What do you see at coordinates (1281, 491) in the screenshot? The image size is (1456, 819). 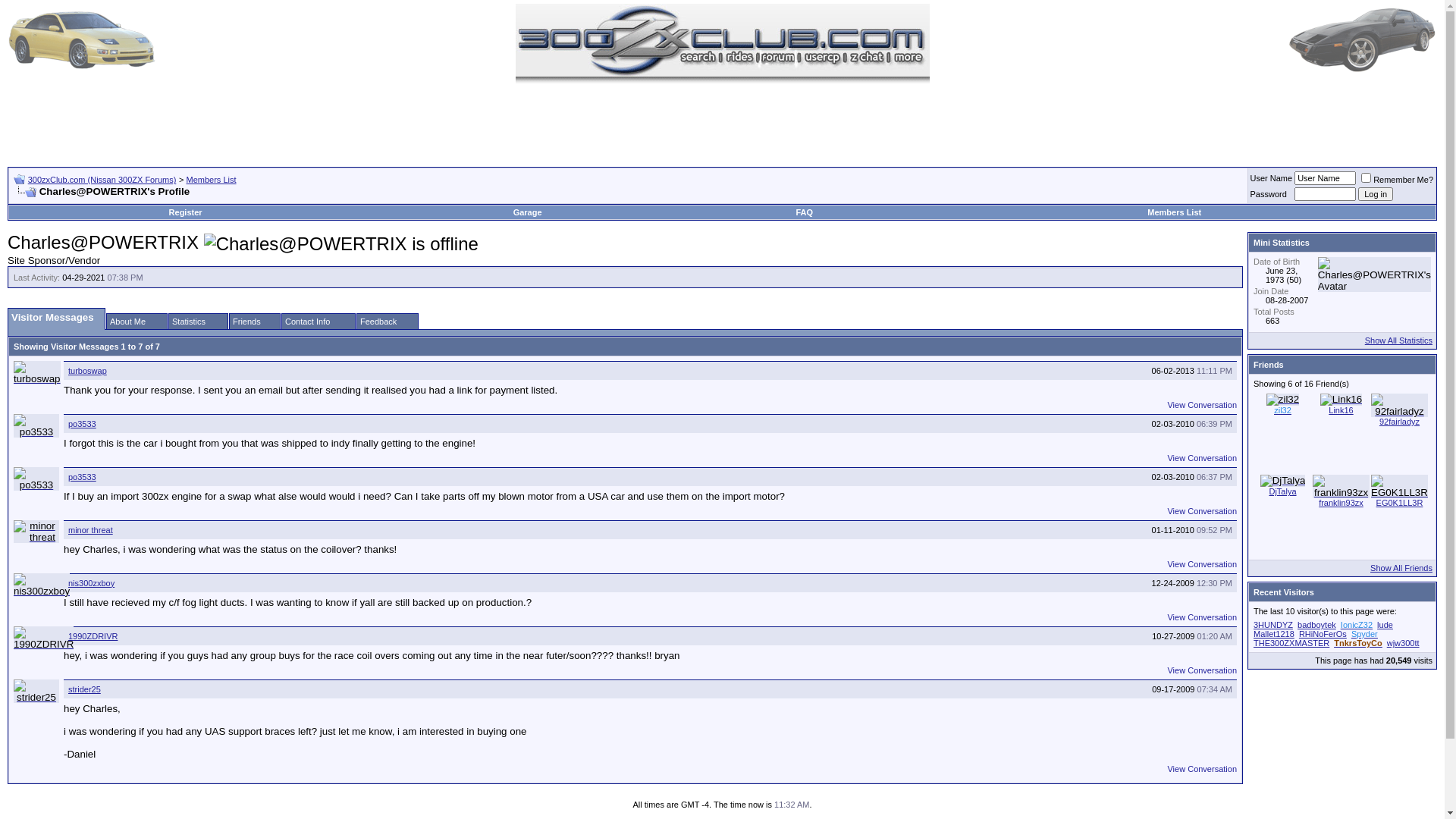 I see `'DjTalya'` at bounding box center [1281, 491].